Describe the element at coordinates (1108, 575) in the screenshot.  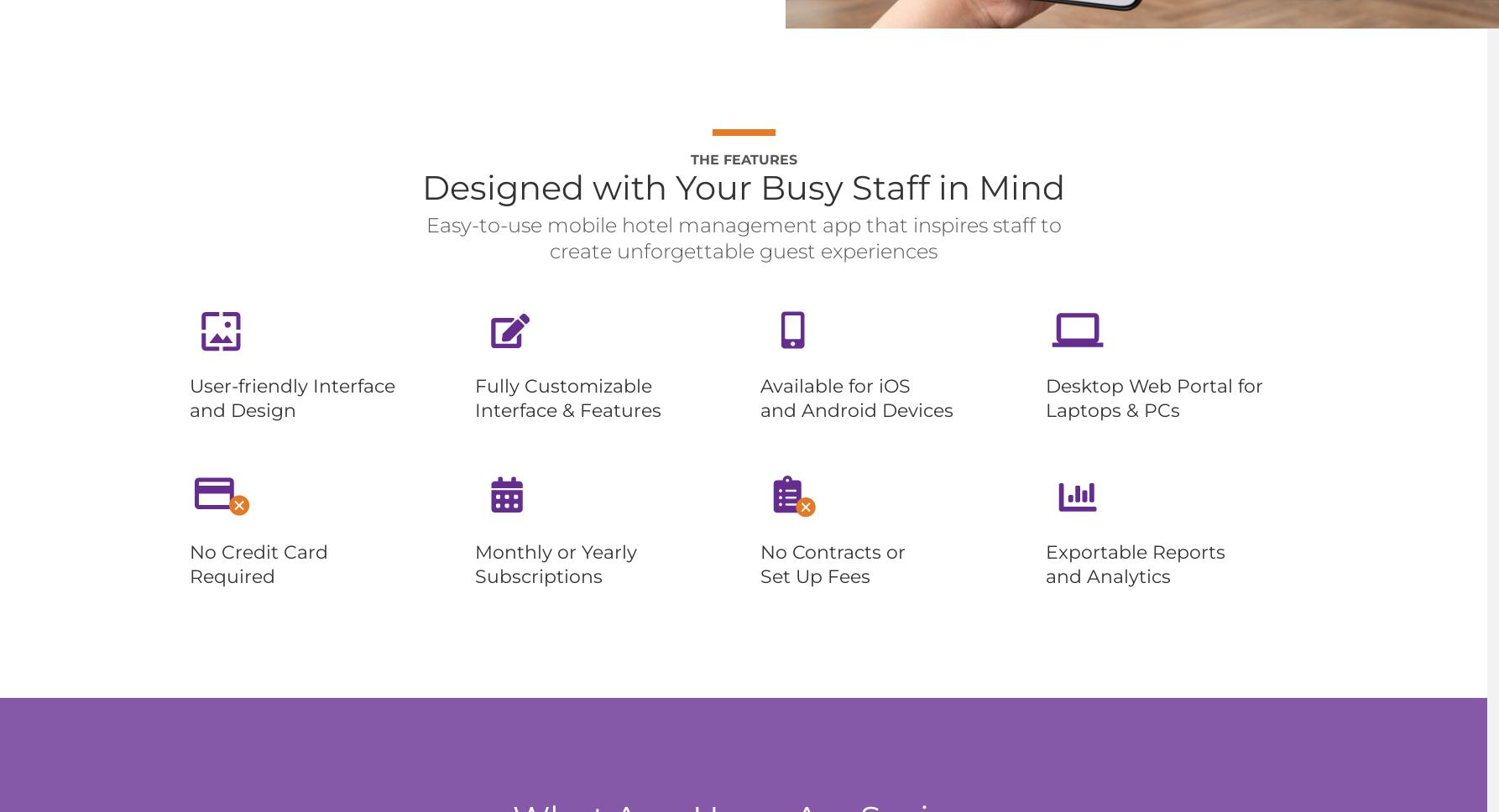
I see `'and Analytics'` at that location.